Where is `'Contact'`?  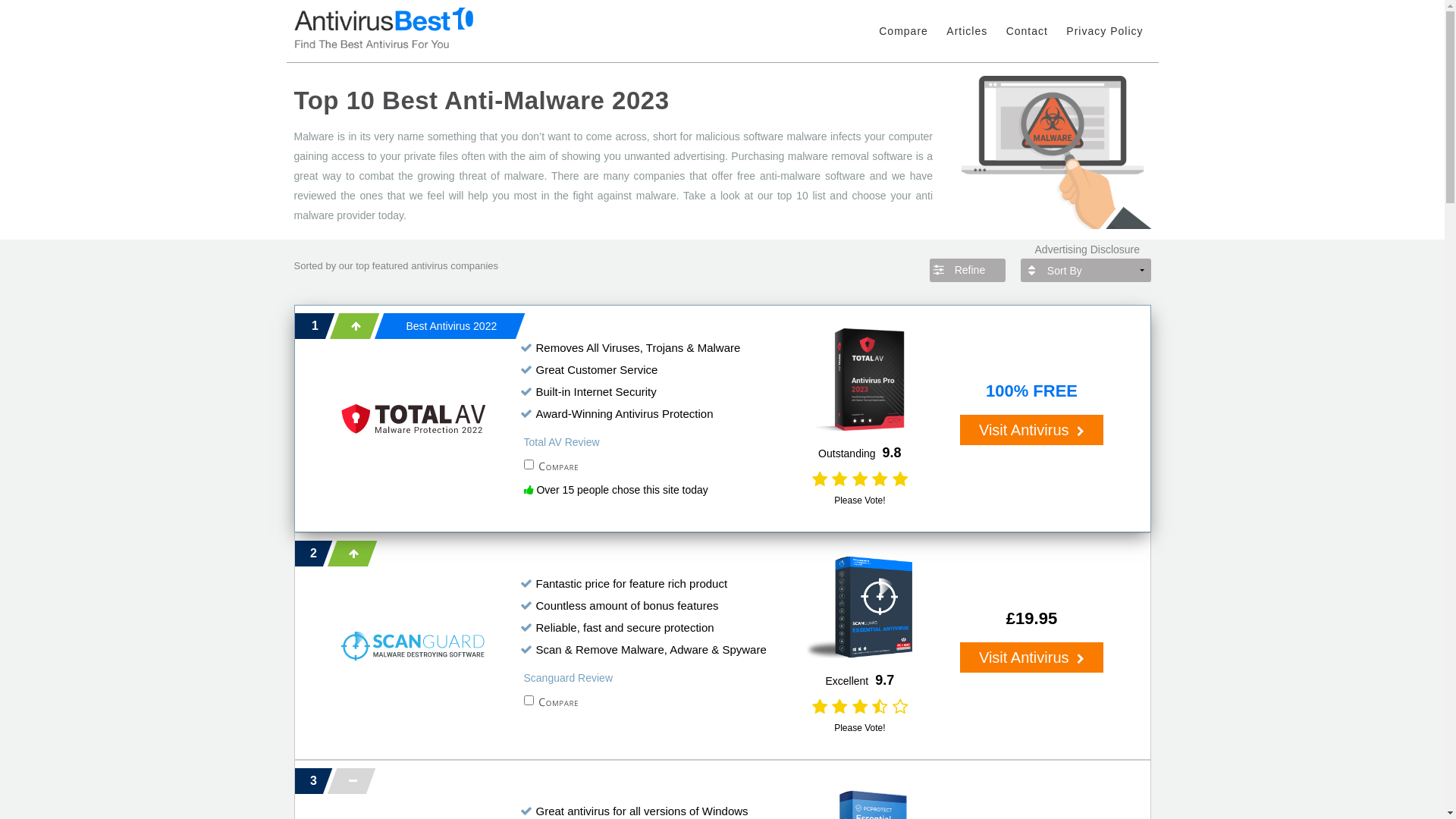
'Contact' is located at coordinates (1027, 37).